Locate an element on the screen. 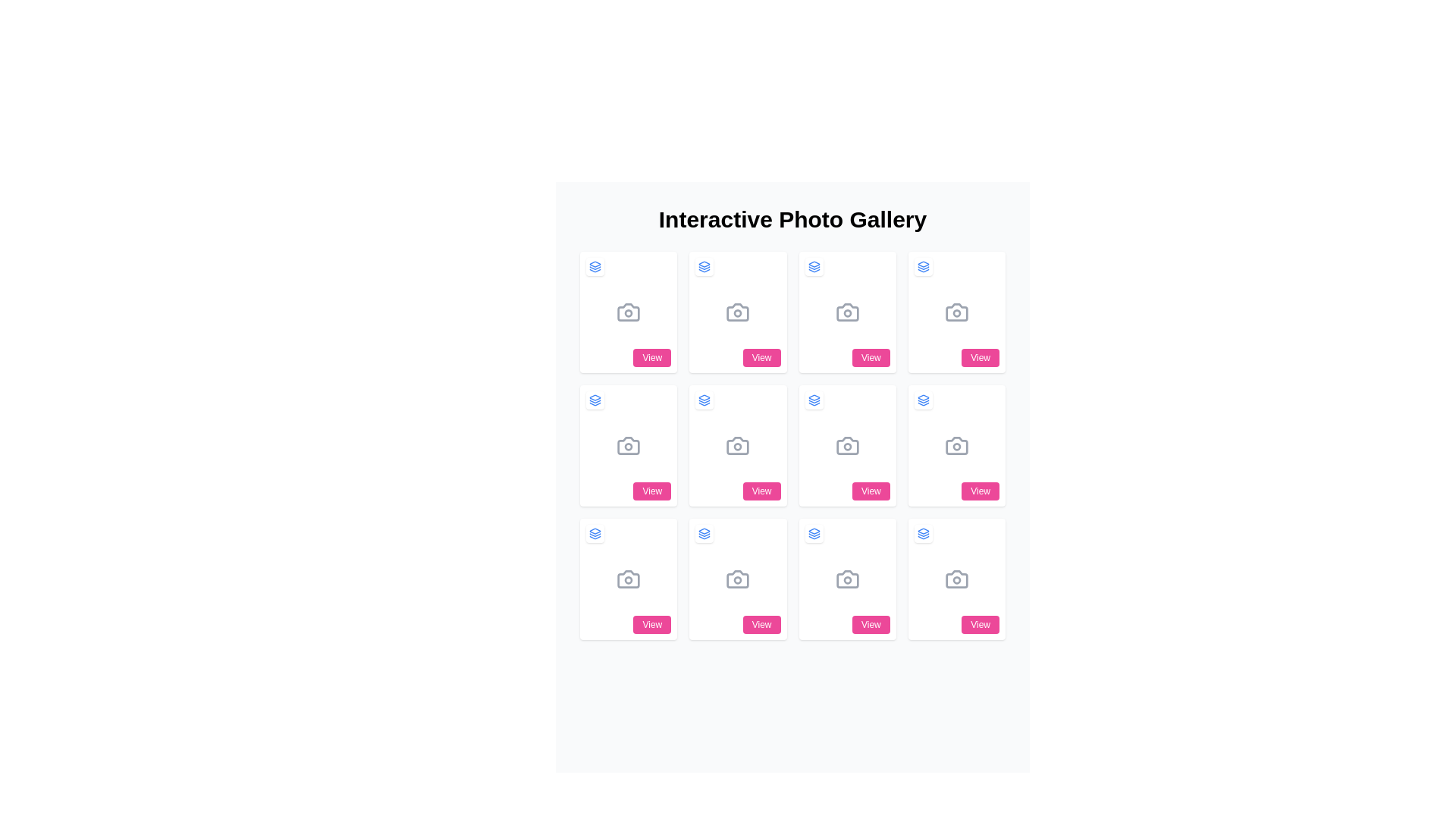 The height and width of the screenshot is (819, 1456). the photo capture icon located in the upper portion of the card in the second row and first column of the interactive photo gallery is located at coordinates (629, 444).